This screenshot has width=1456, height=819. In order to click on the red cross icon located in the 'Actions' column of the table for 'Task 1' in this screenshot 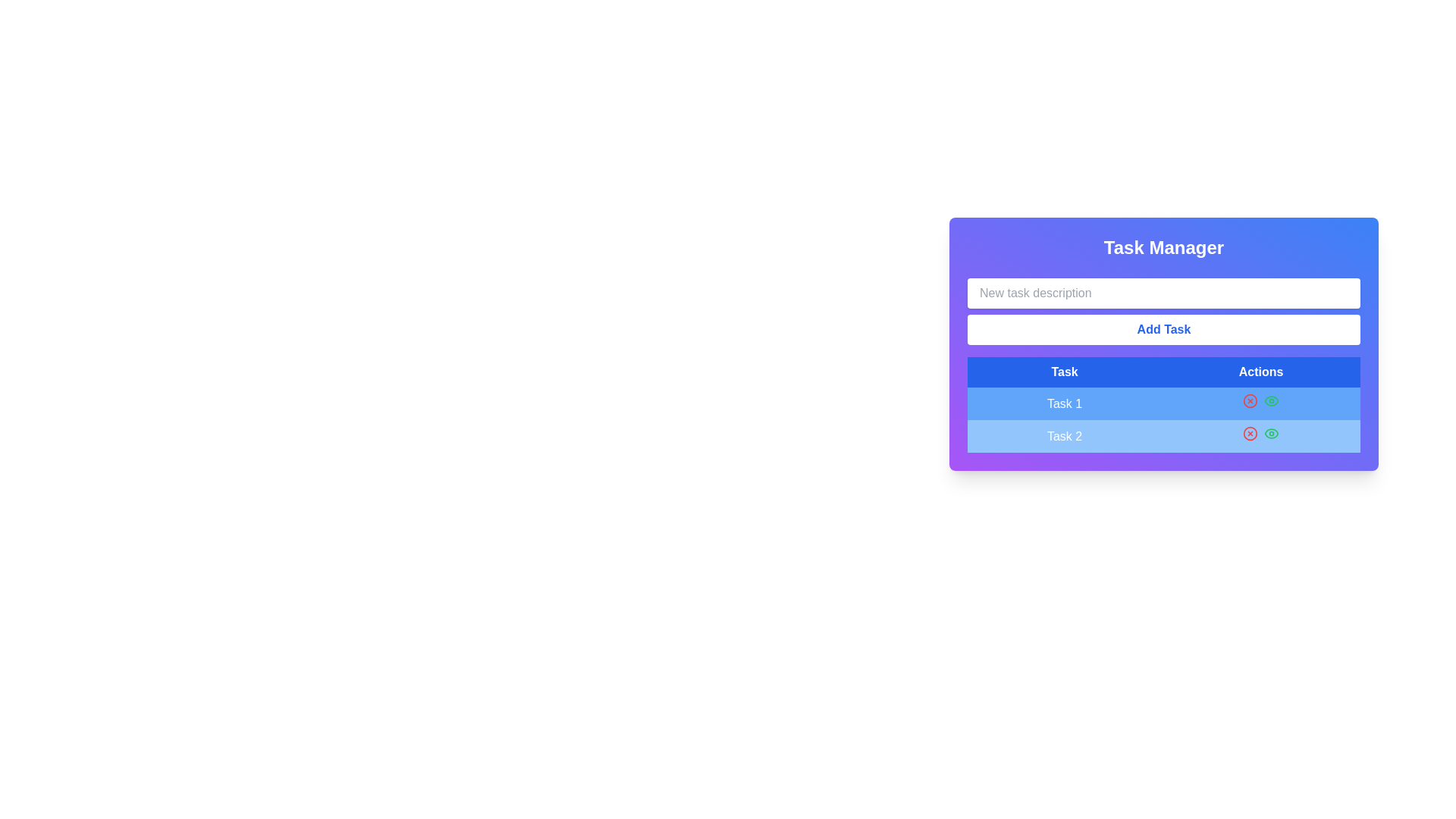, I will do `click(1261, 403)`.